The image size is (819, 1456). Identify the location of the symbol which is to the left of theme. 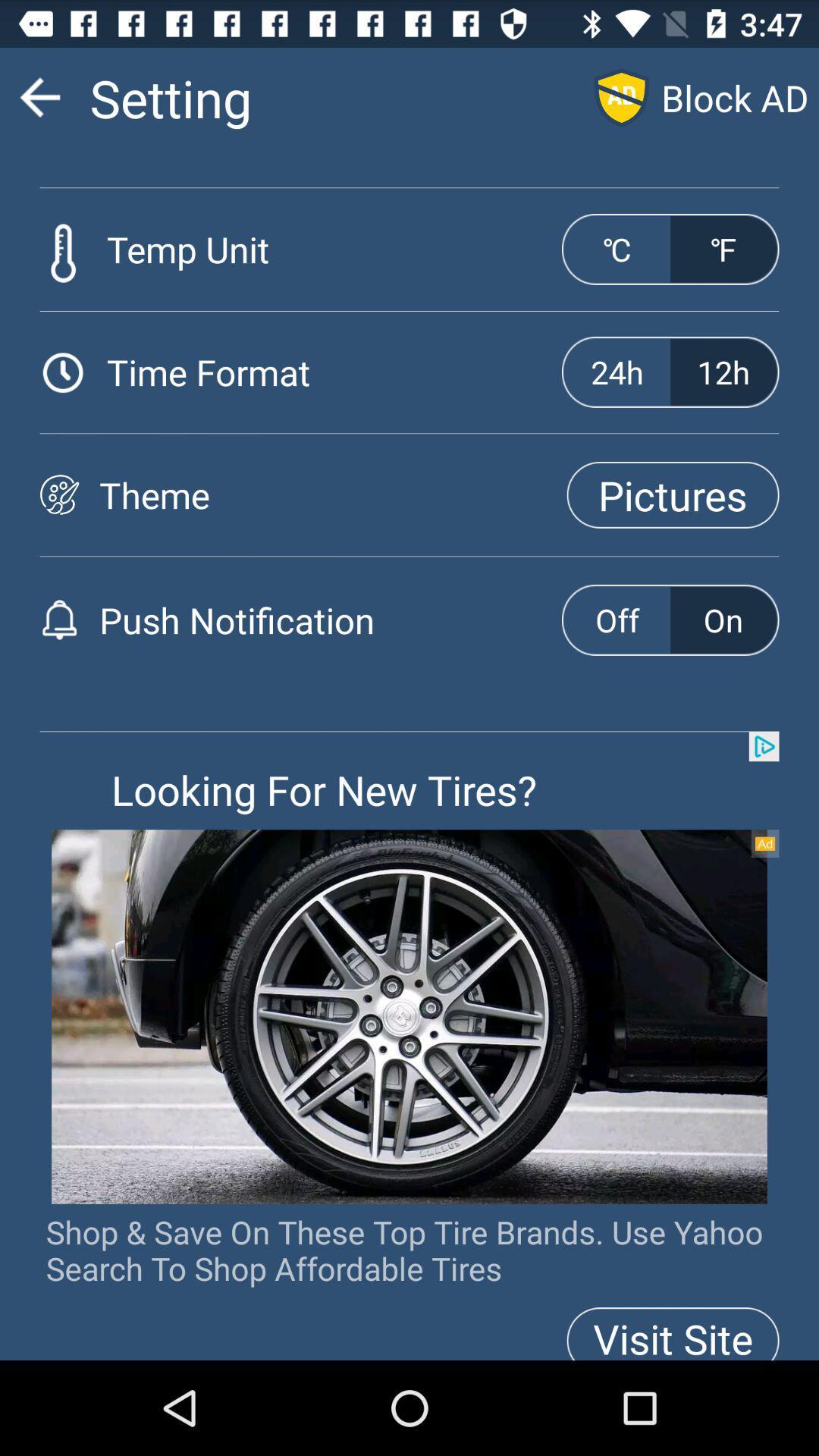
(58, 494).